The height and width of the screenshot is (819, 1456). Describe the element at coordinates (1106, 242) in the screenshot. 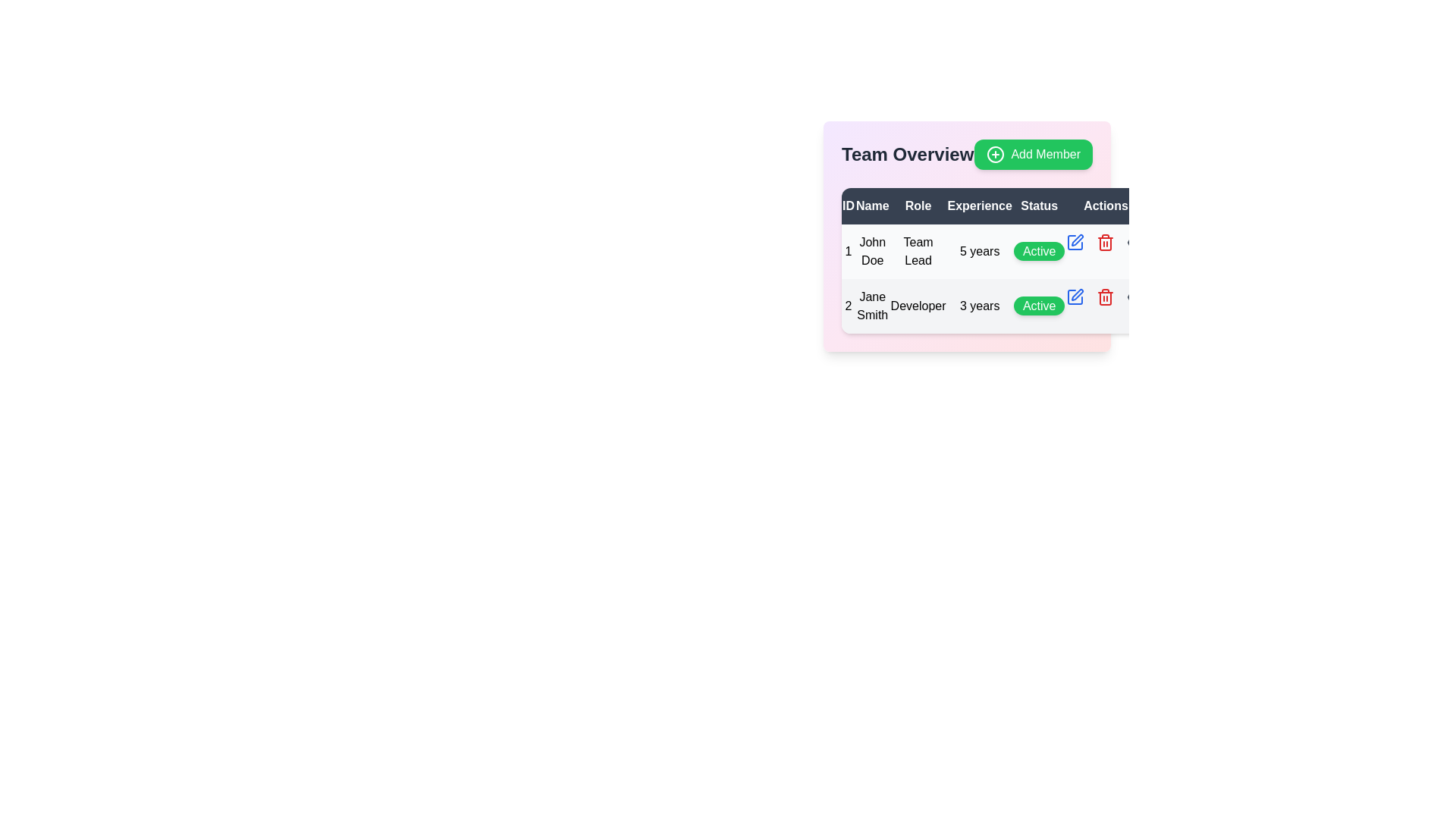

I see `the delete Icon Button located in the 'Actions' column of the second row, to the right of the blue edit pen icon` at that location.